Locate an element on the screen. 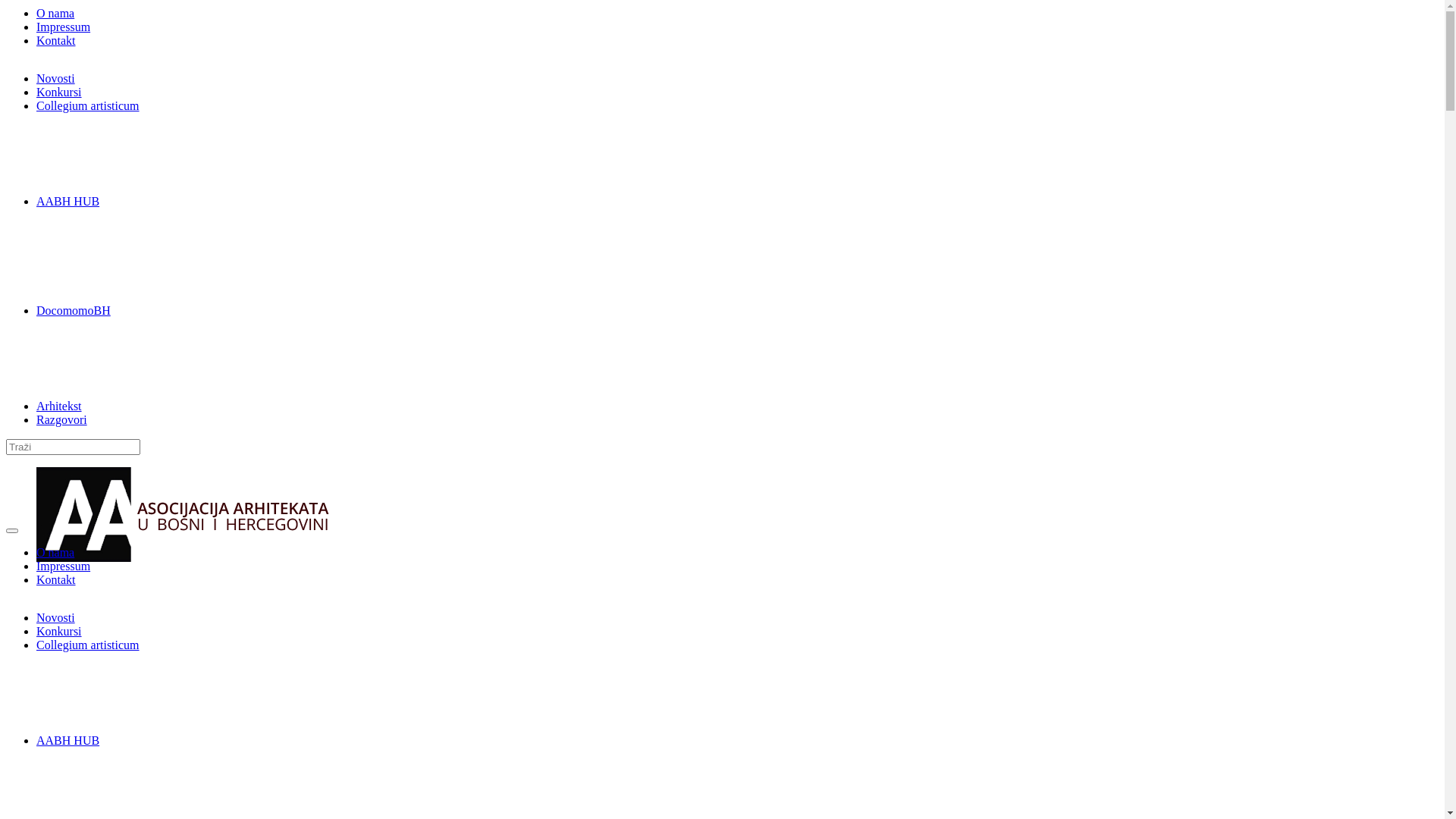 This screenshot has width=1456, height=819. 'Collegium artisticum' is located at coordinates (86, 105).